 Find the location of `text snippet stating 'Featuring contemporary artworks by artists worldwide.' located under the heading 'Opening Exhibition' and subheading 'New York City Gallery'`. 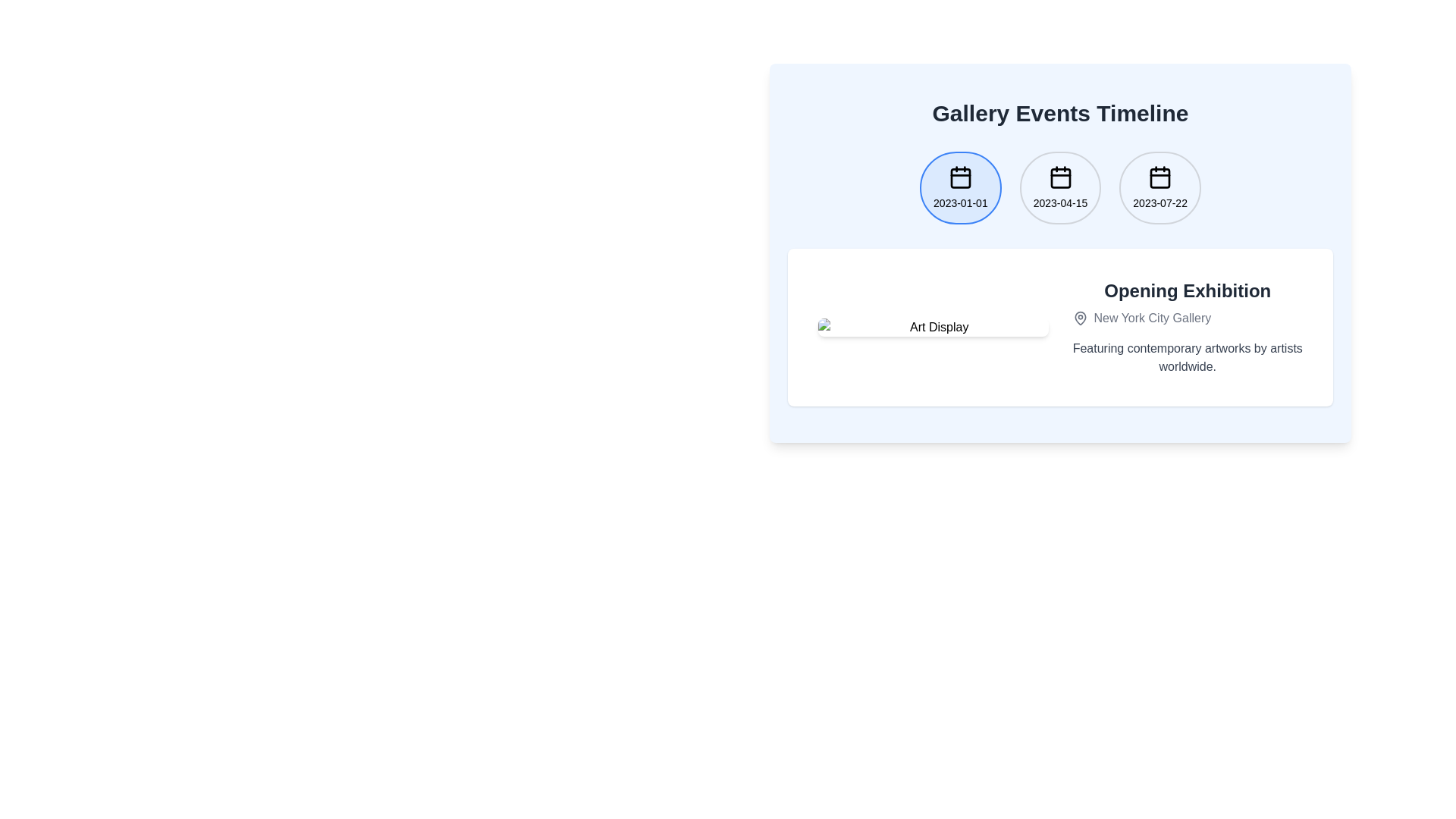

text snippet stating 'Featuring contemporary artworks by artists worldwide.' located under the heading 'Opening Exhibition' and subheading 'New York City Gallery' is located at coordinates (1187, 357).